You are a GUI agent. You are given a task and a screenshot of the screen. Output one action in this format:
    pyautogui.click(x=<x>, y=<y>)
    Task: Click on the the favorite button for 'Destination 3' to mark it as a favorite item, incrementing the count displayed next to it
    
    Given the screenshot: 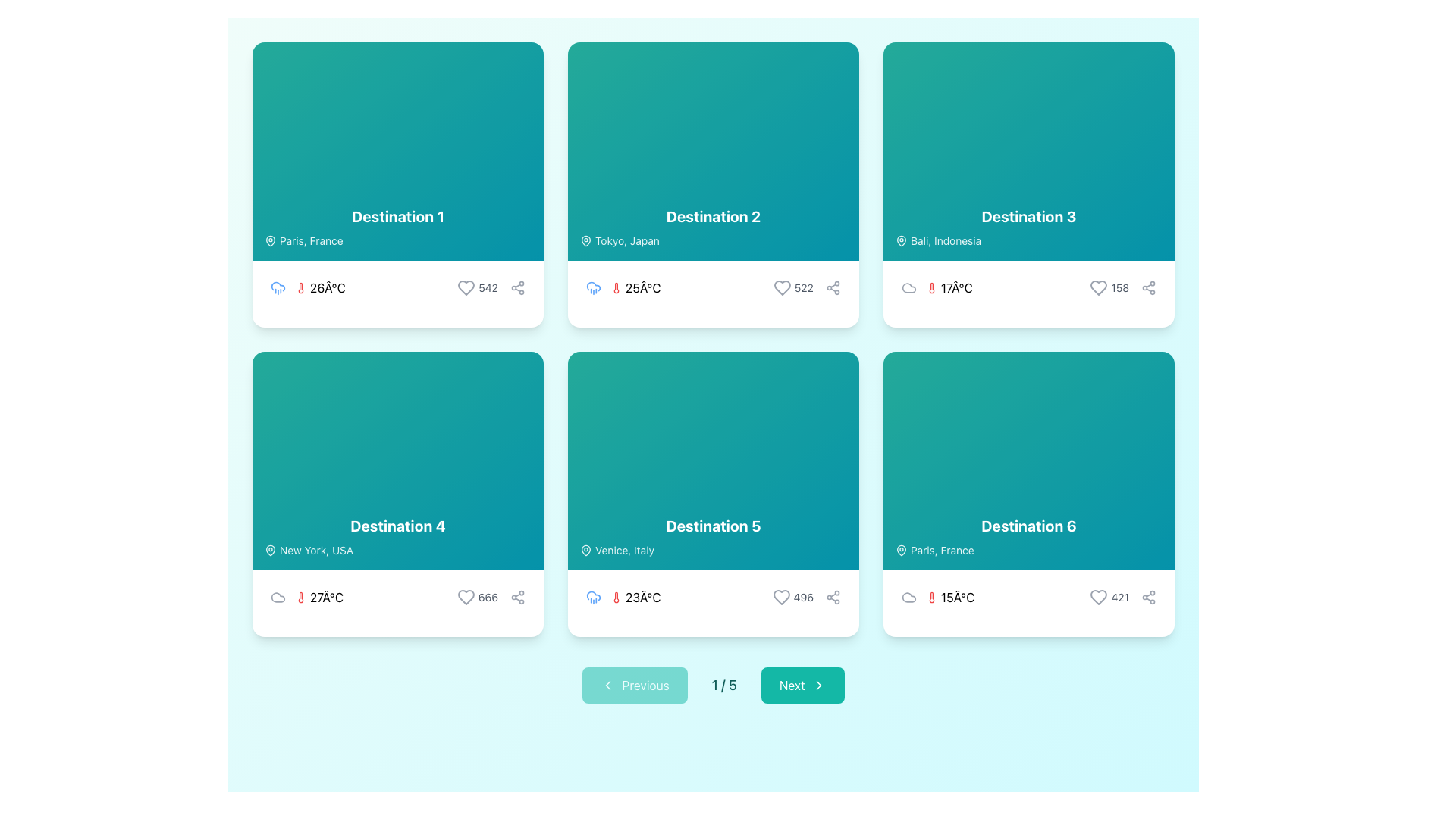 What is the action you would take?
    pyautogui.click(x=1099, y=288)
    